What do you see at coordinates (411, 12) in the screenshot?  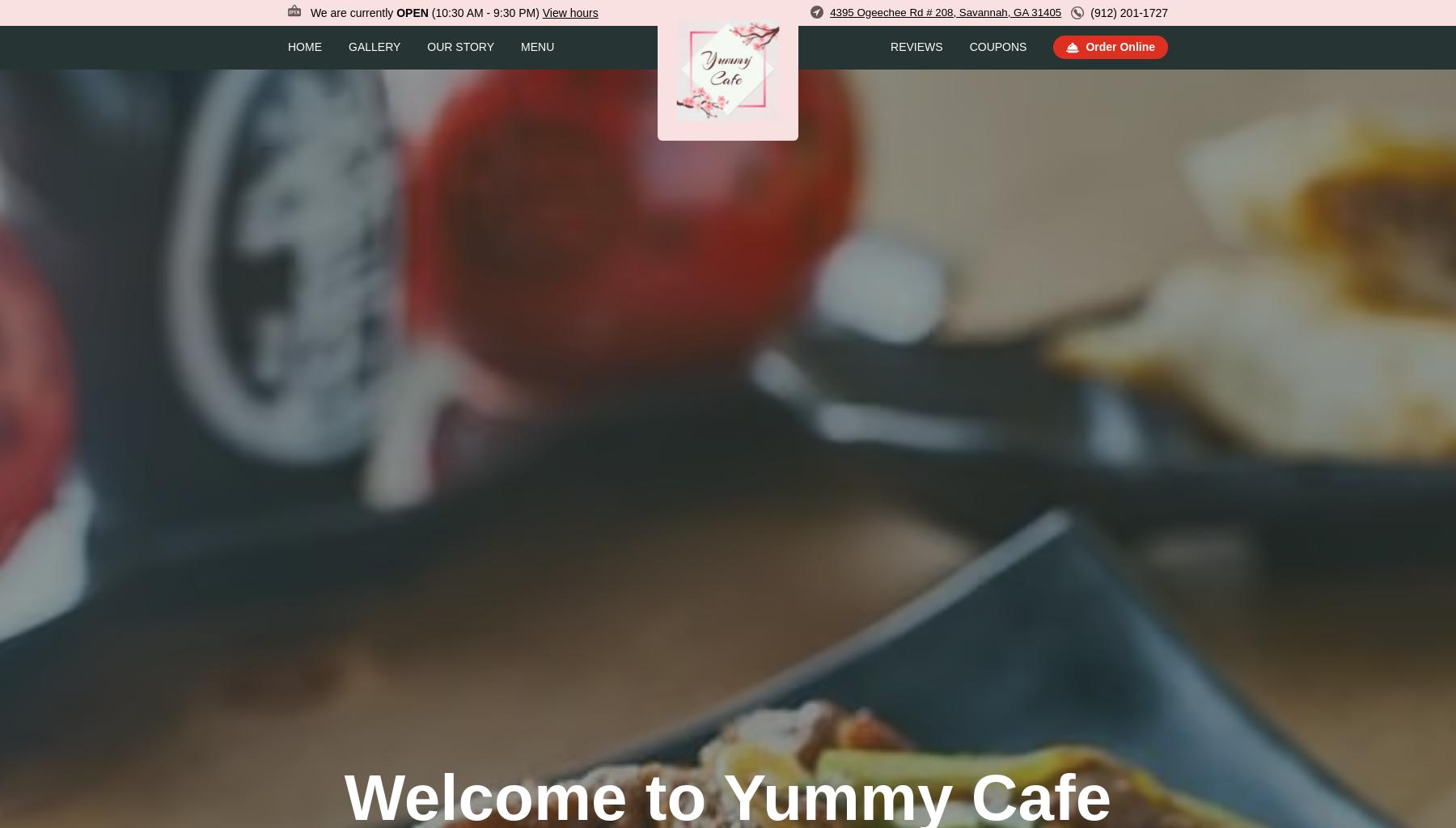 I see `'OPEN'` at bounding box center [411, 12].